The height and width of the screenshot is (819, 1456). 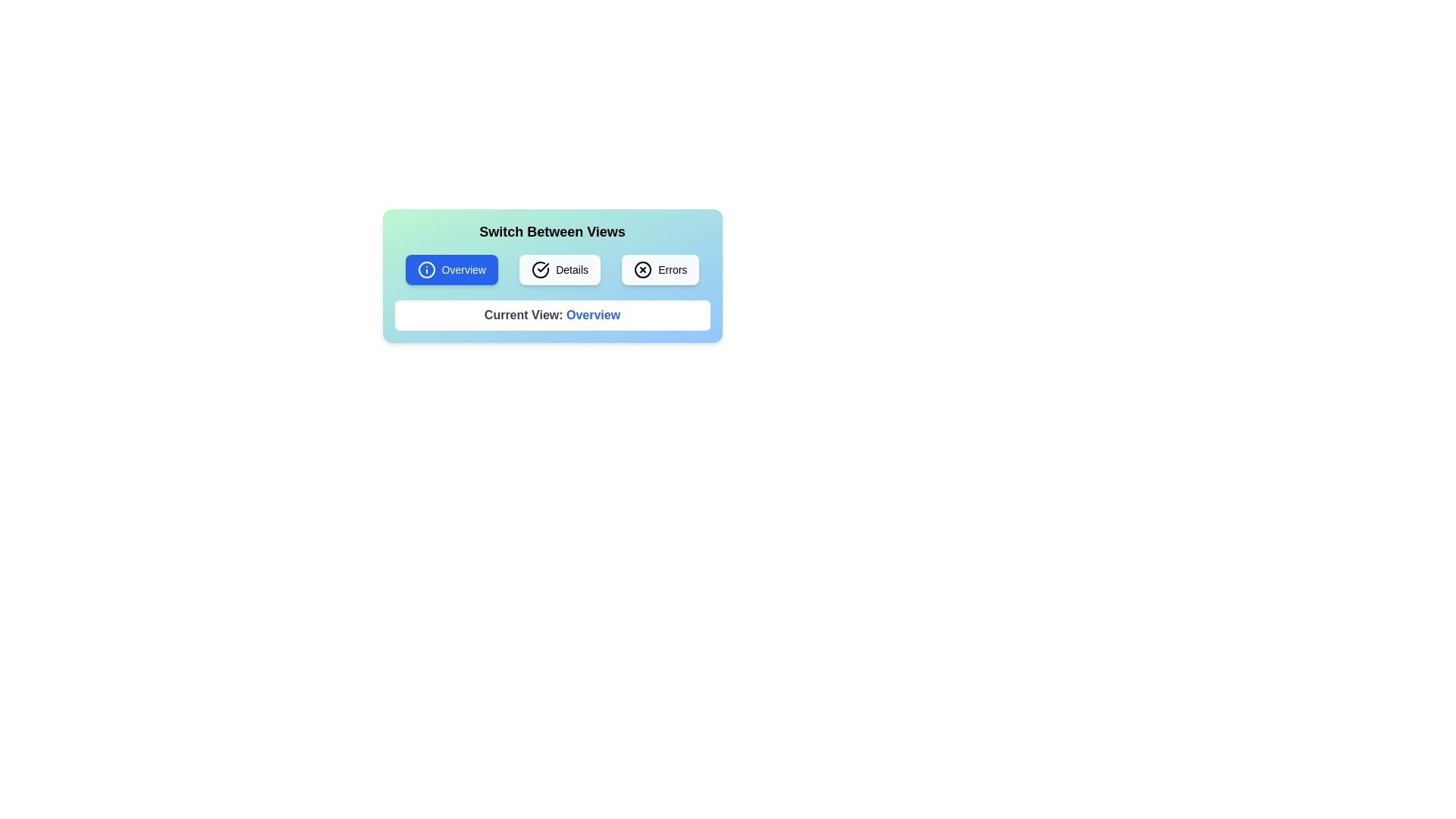 What do you see at coordinates (450, 268) in the screenshot?
I see `the button labeled Overview to observe its hover effect` at bounding box center [450, 268].